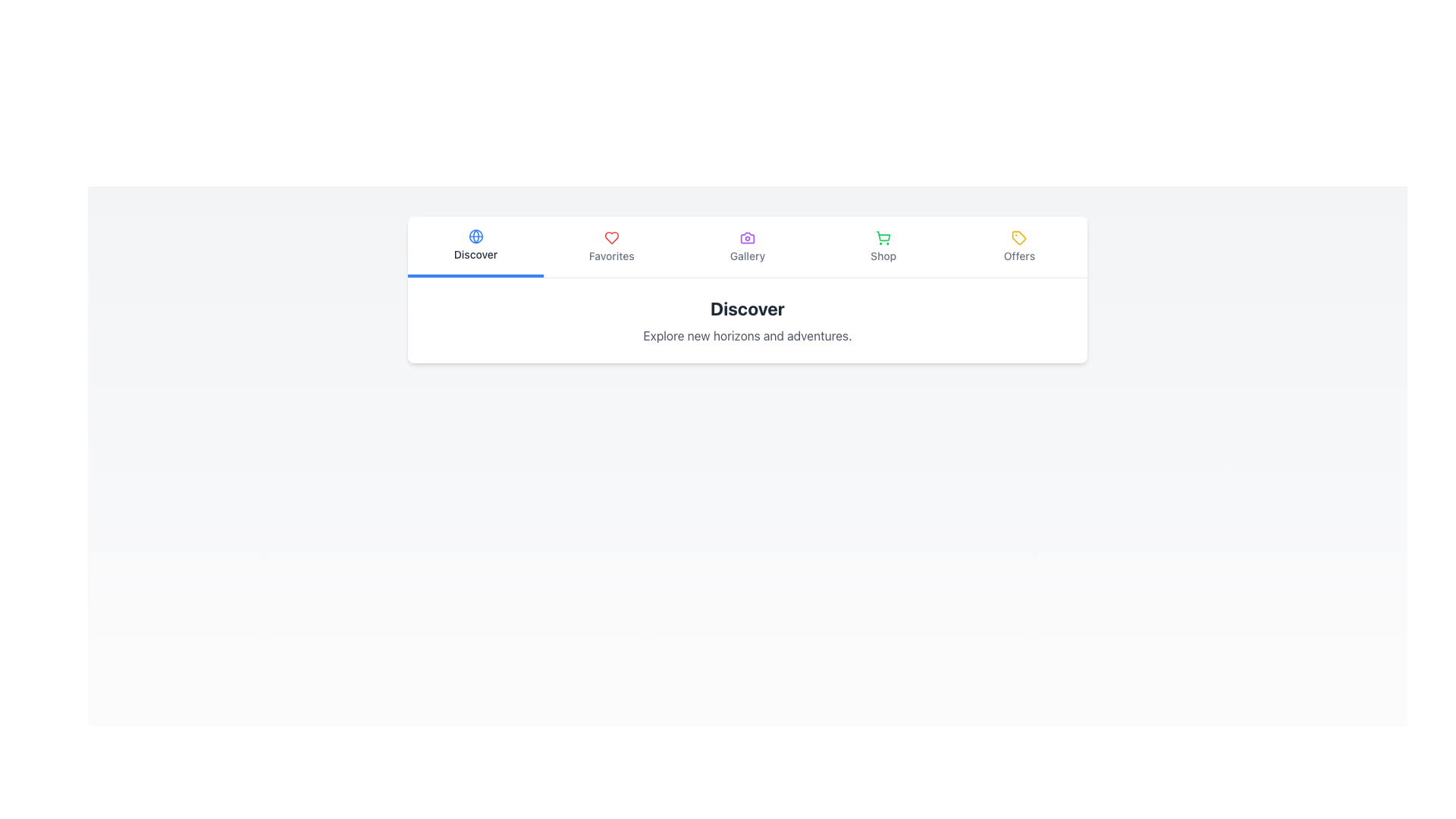 This screenshot has width=1456, height=819. Describe the element at coordinates (611, 237) in the screenshot. I see `the red heart icon located next to the 'Favorites' text` at that location.